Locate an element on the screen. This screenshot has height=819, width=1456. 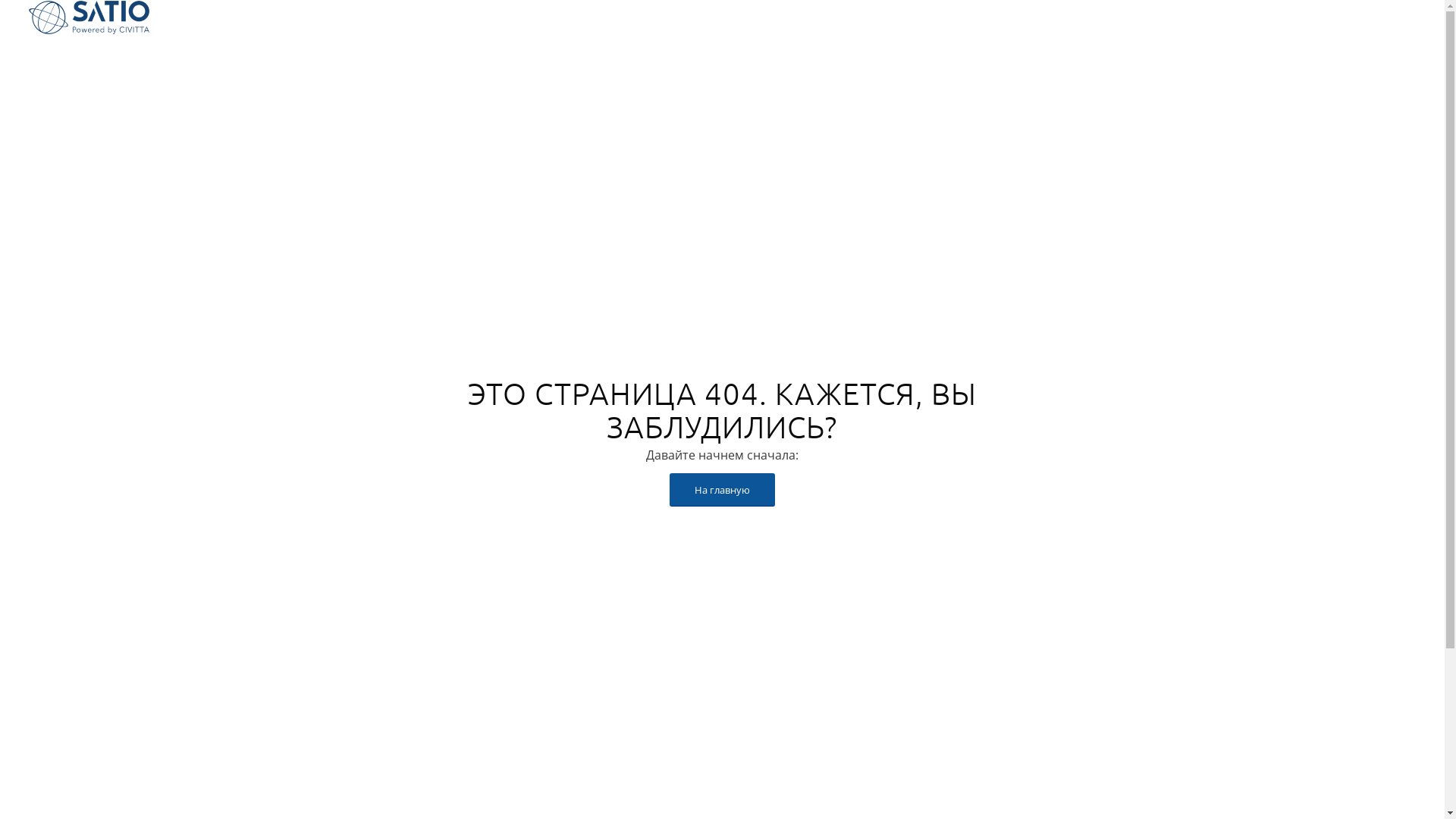
'EN' is located at coordinates (1404, 17).